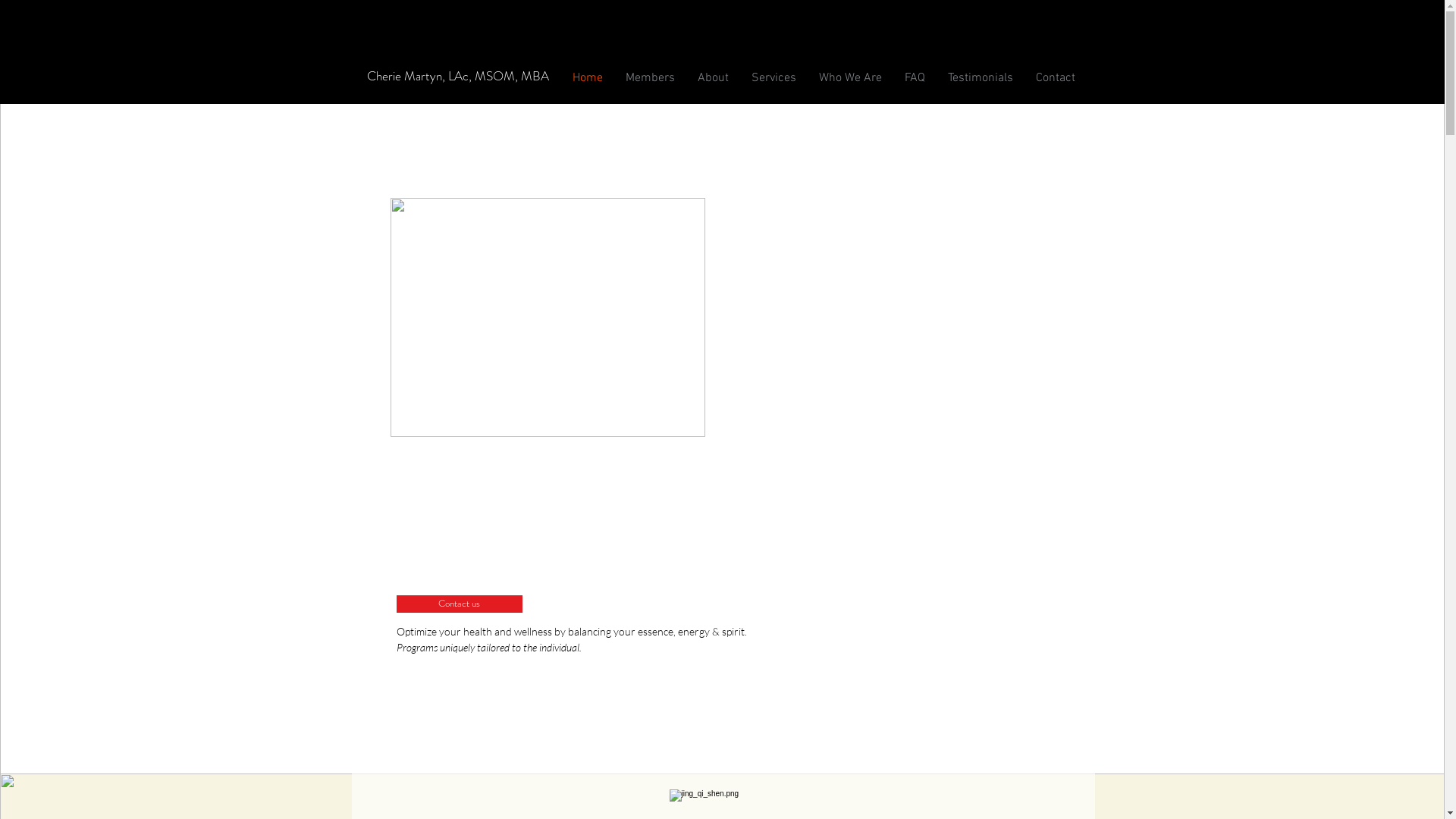 The width and height of the screenshot is (1456, 819). I want to click on 'Testimonials', so click(979, 78).